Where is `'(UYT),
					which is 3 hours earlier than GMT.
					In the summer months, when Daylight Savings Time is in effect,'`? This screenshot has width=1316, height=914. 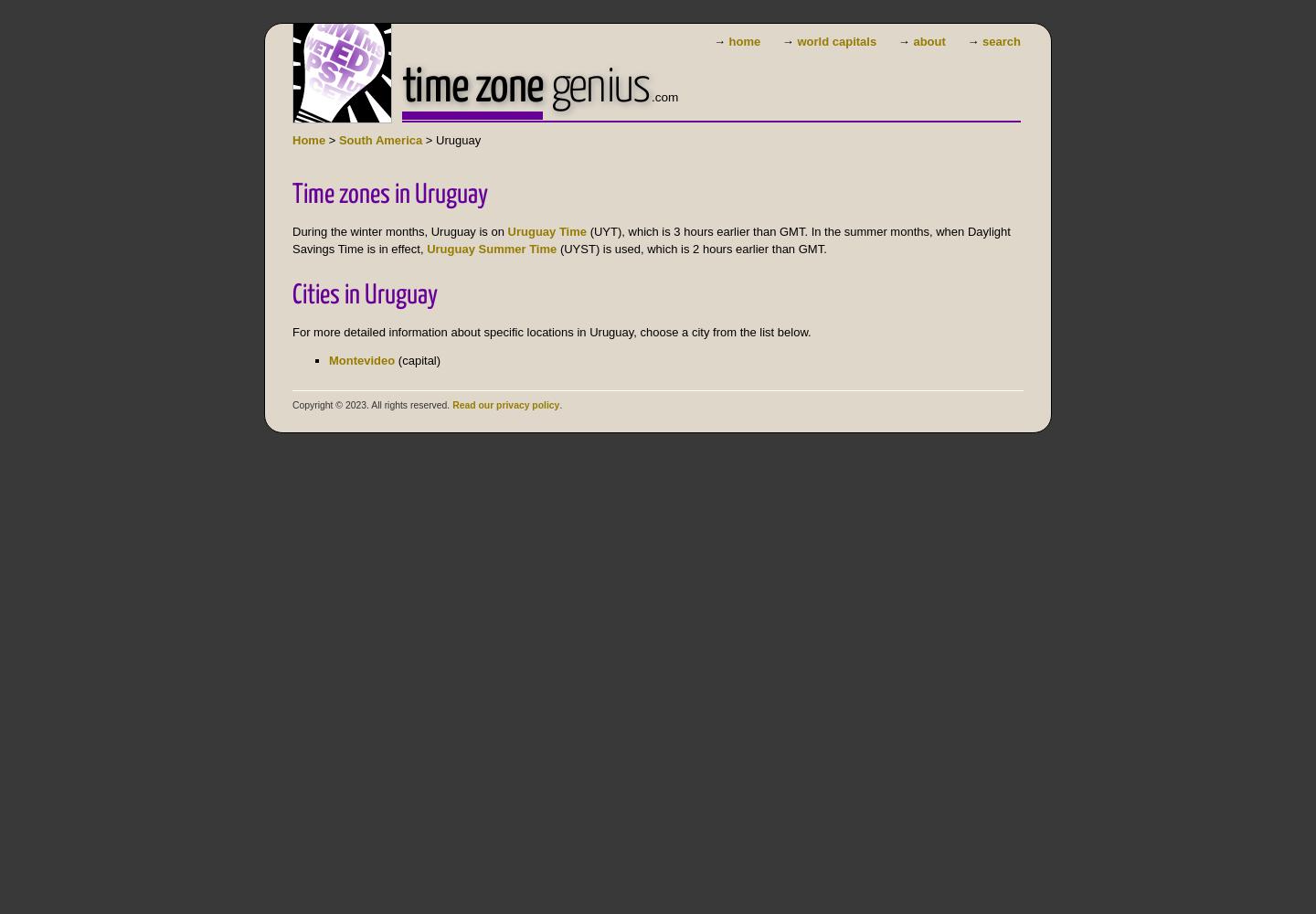
'(UYT),
					which is 3 hours earlier than GMT.
					In the summer months, when Daylight Savings Time is in effect,' is located at coordinates (651, 239).